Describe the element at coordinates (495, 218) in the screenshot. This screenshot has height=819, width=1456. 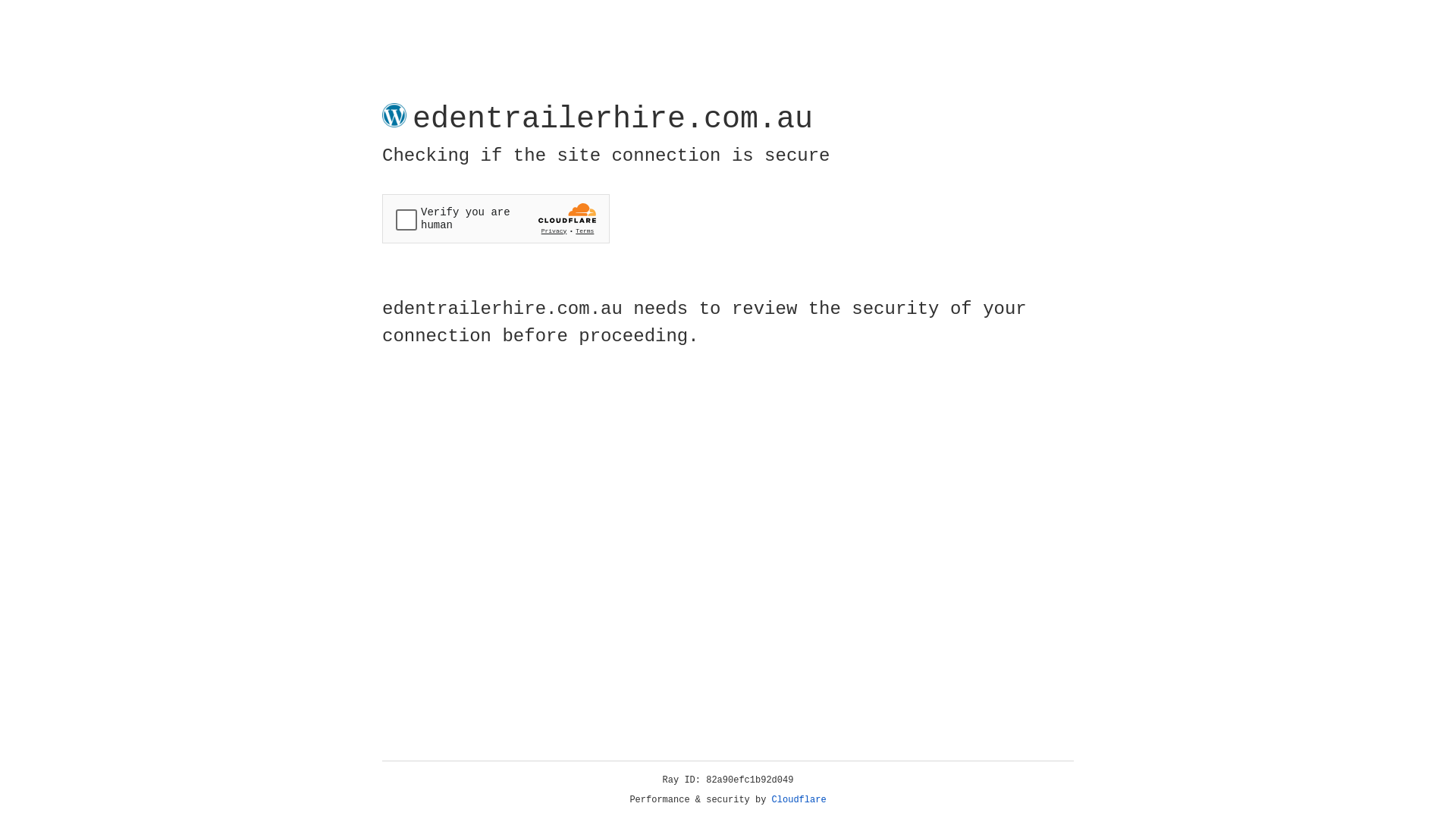
I see `'Widget containing a Cloudflare security challenge'` at that location.